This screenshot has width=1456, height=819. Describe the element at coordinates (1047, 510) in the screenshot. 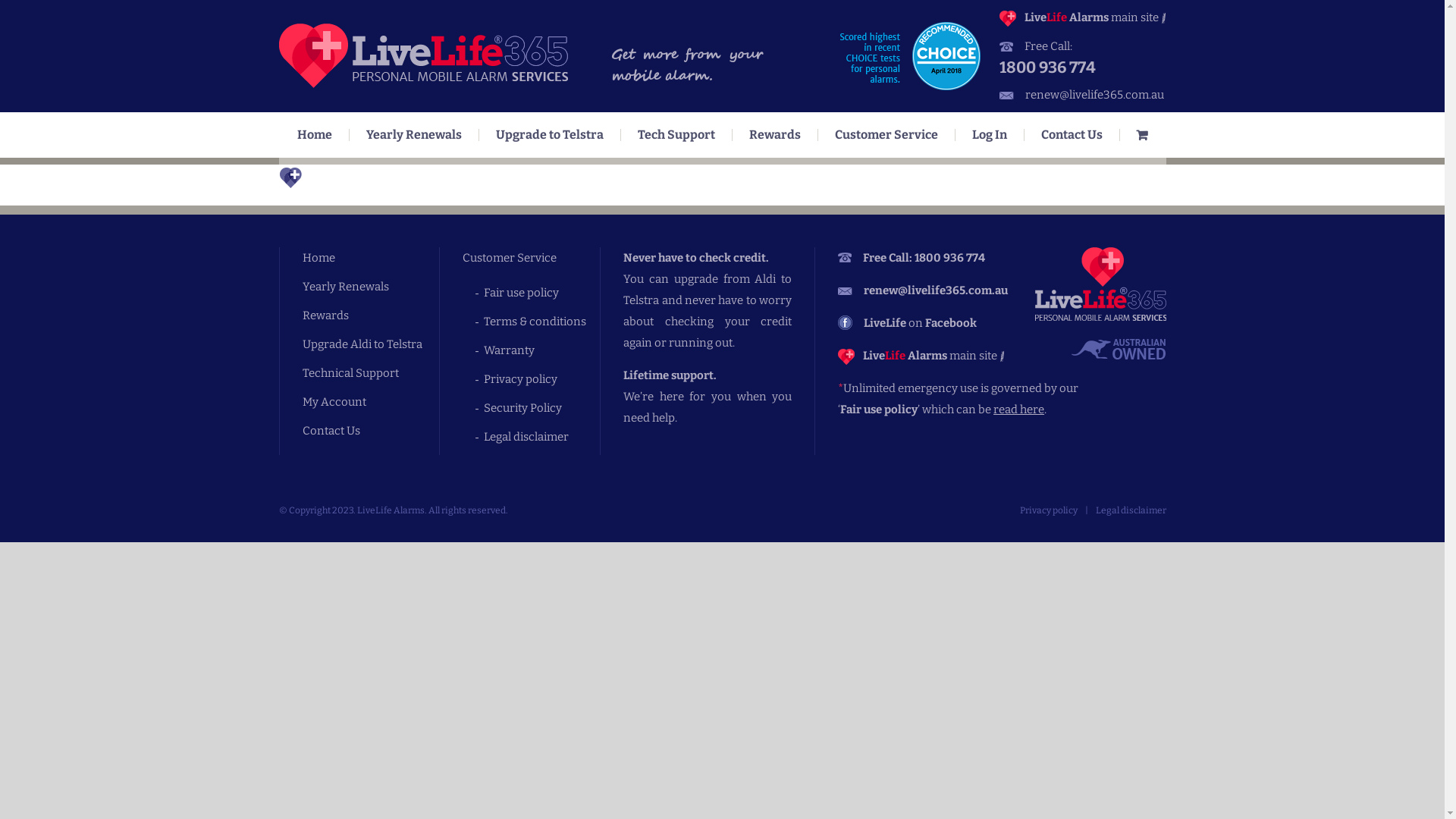

I see `'Privacy policy'` at that location.